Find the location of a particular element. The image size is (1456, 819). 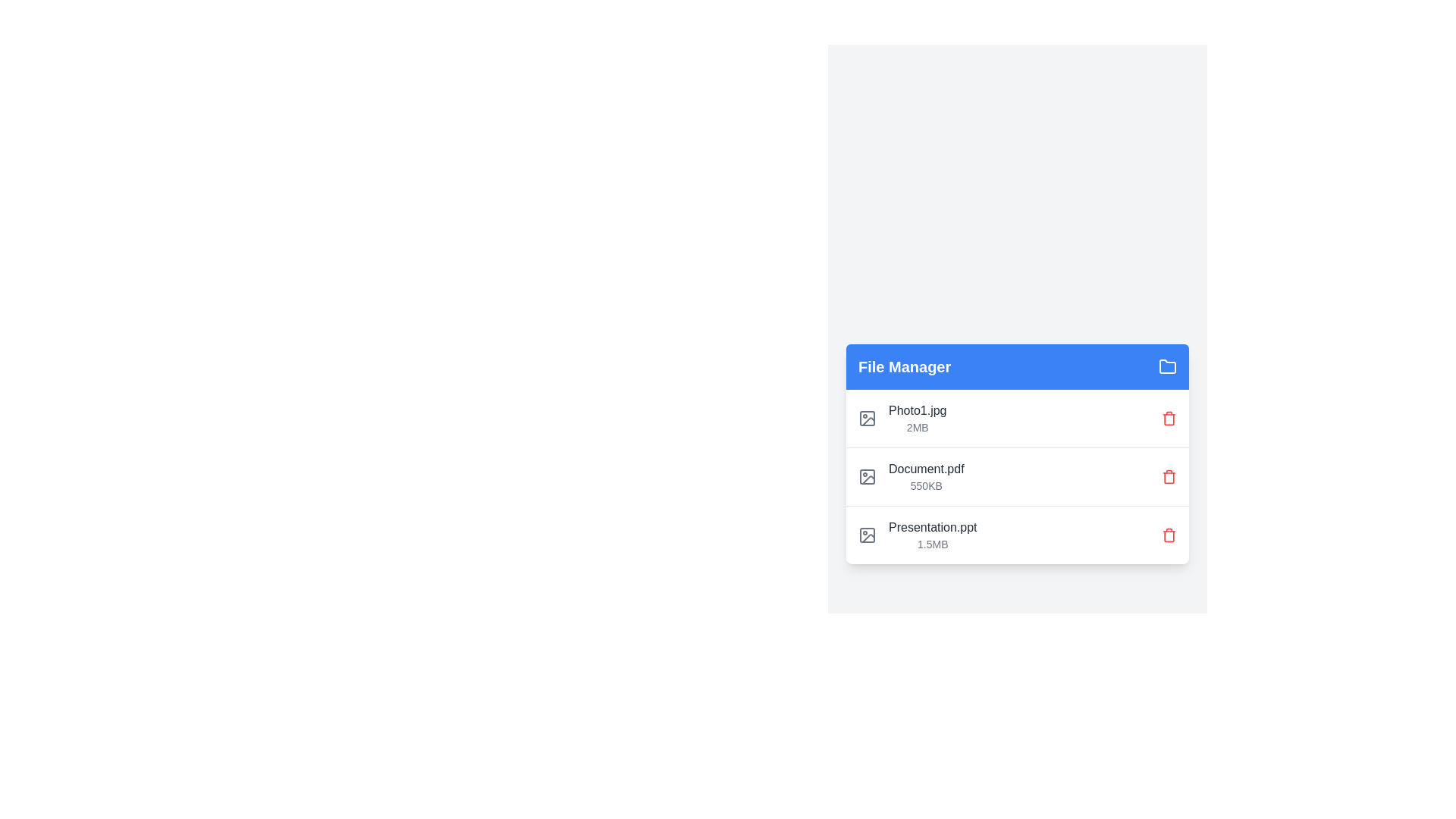

the second list item in the File Manager displaying 'Document.pdf' is located at coordinates (1018, 475).